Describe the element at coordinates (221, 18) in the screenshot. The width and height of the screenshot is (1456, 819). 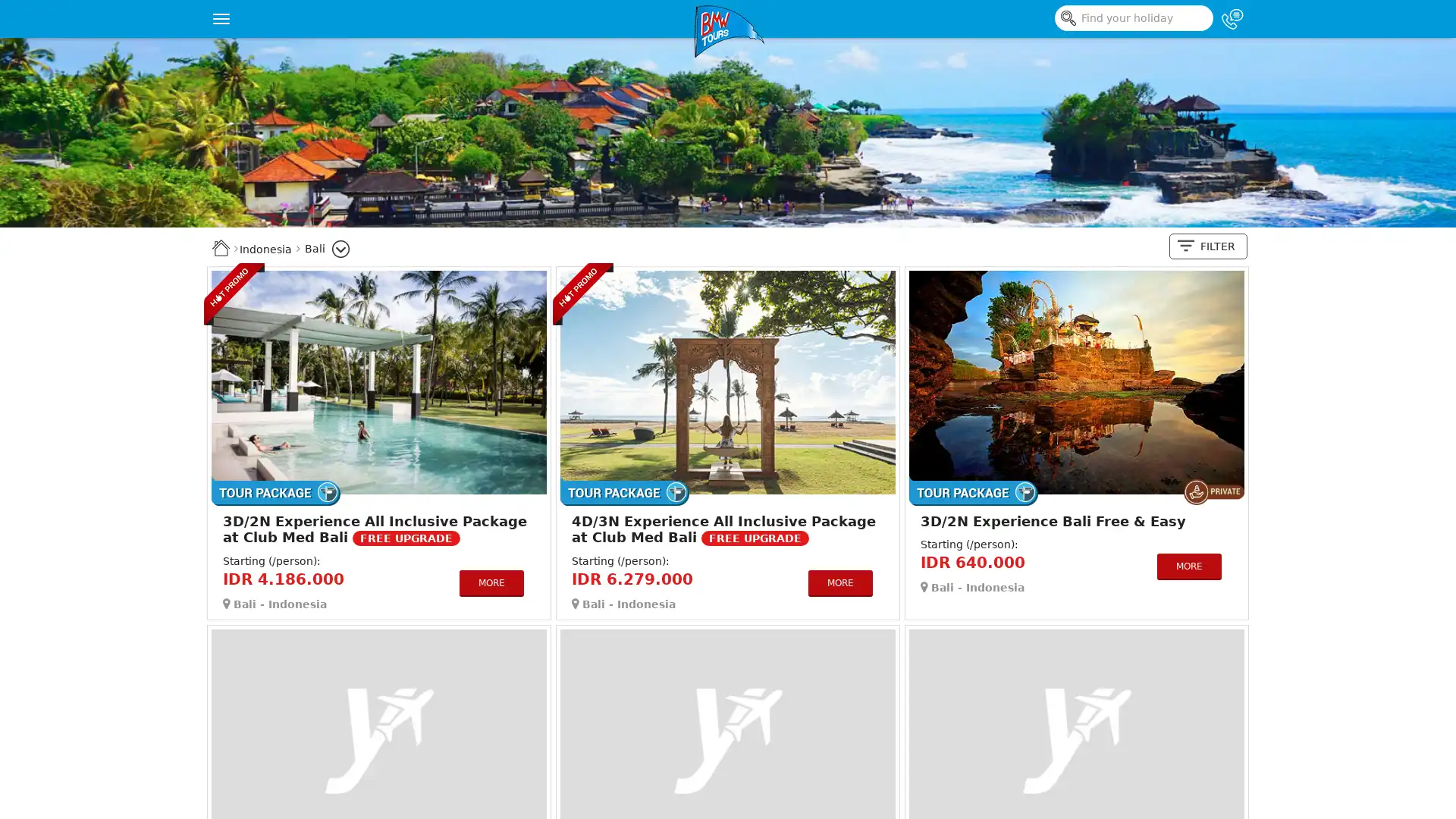
I see `Toggle navigation` at that location.